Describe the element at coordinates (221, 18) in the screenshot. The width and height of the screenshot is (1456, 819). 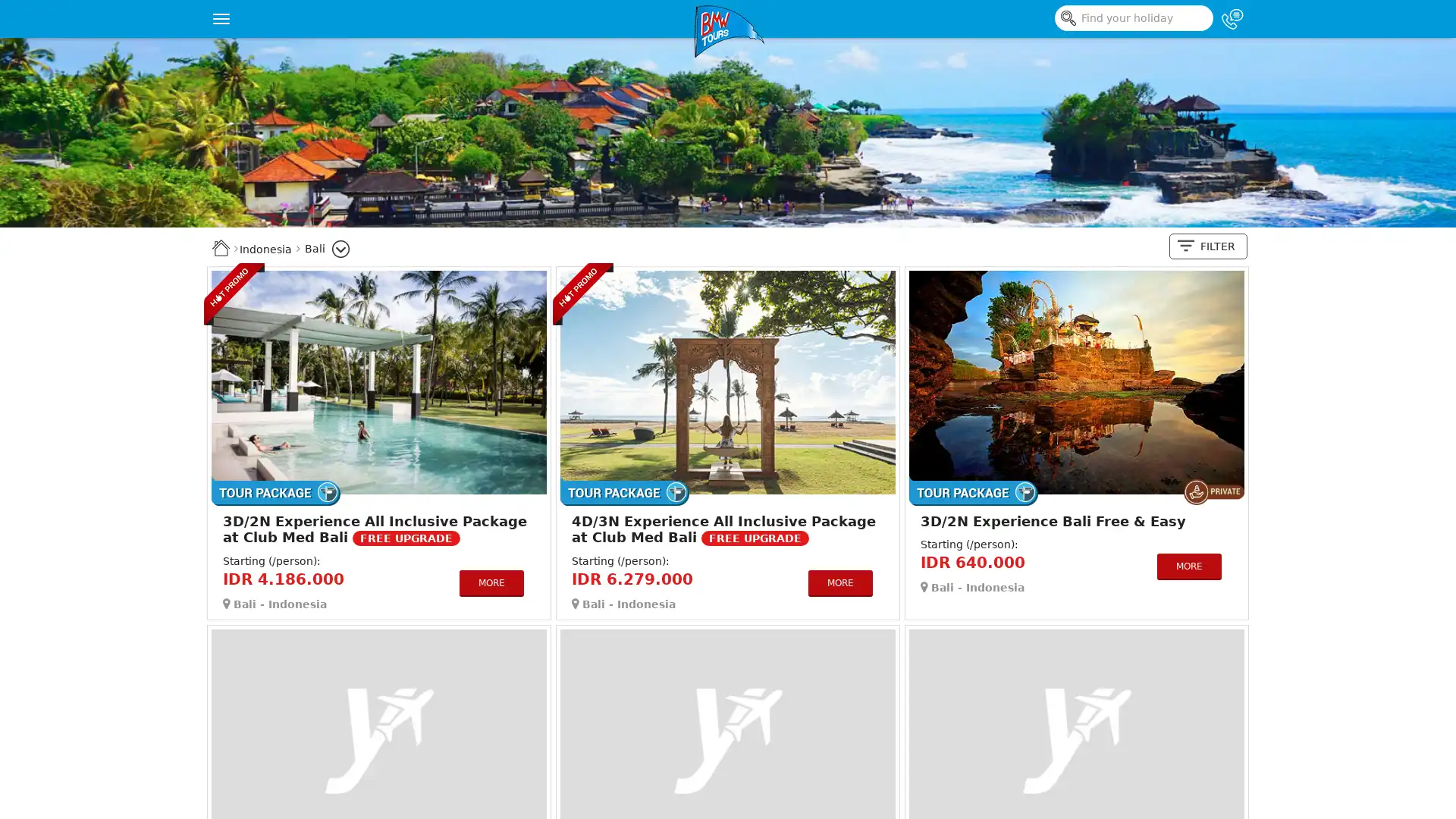
I see `Toggle navigation` at that location.